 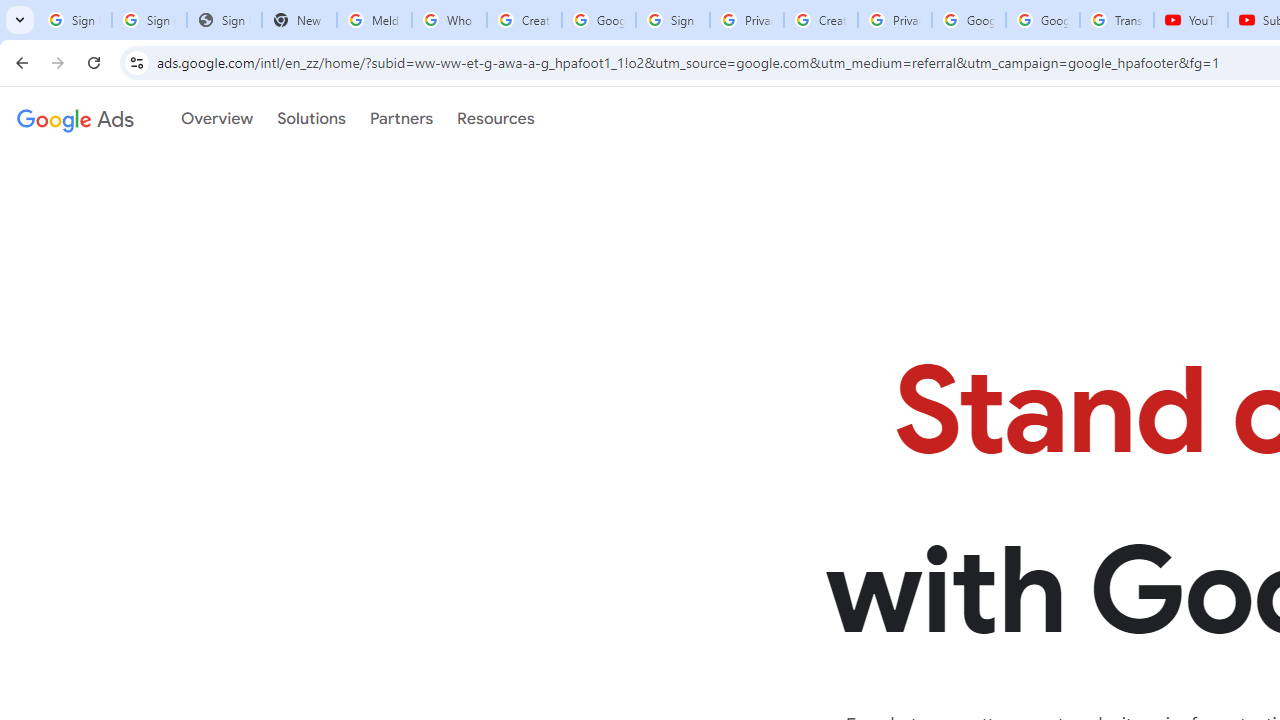 What do you see at coordinates (298, 20) in the screenshot?
I see `'New Tab'` at bounding box center [298, 20].